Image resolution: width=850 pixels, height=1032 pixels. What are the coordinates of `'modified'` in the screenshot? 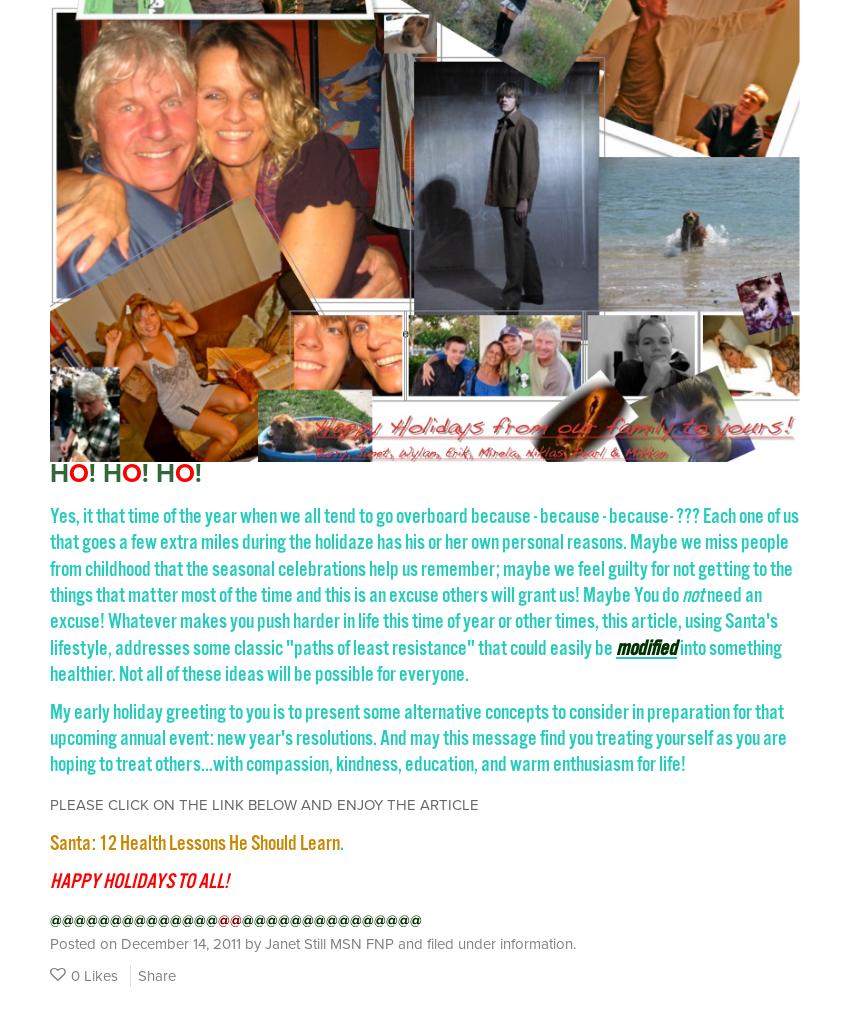 It's located at (646, 646).